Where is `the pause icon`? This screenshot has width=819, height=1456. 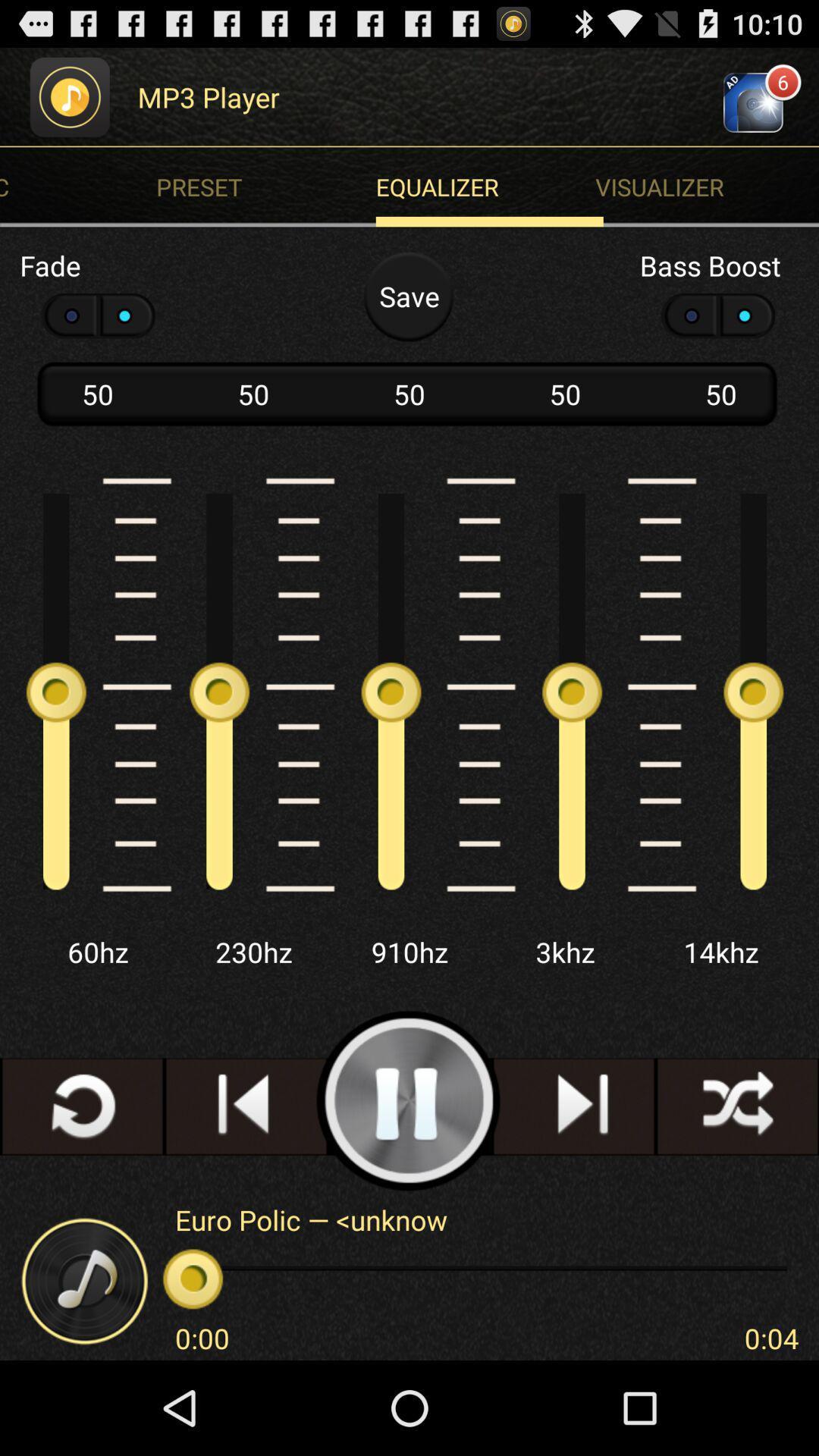 the pause icon is located at coordinates (408, 1178).